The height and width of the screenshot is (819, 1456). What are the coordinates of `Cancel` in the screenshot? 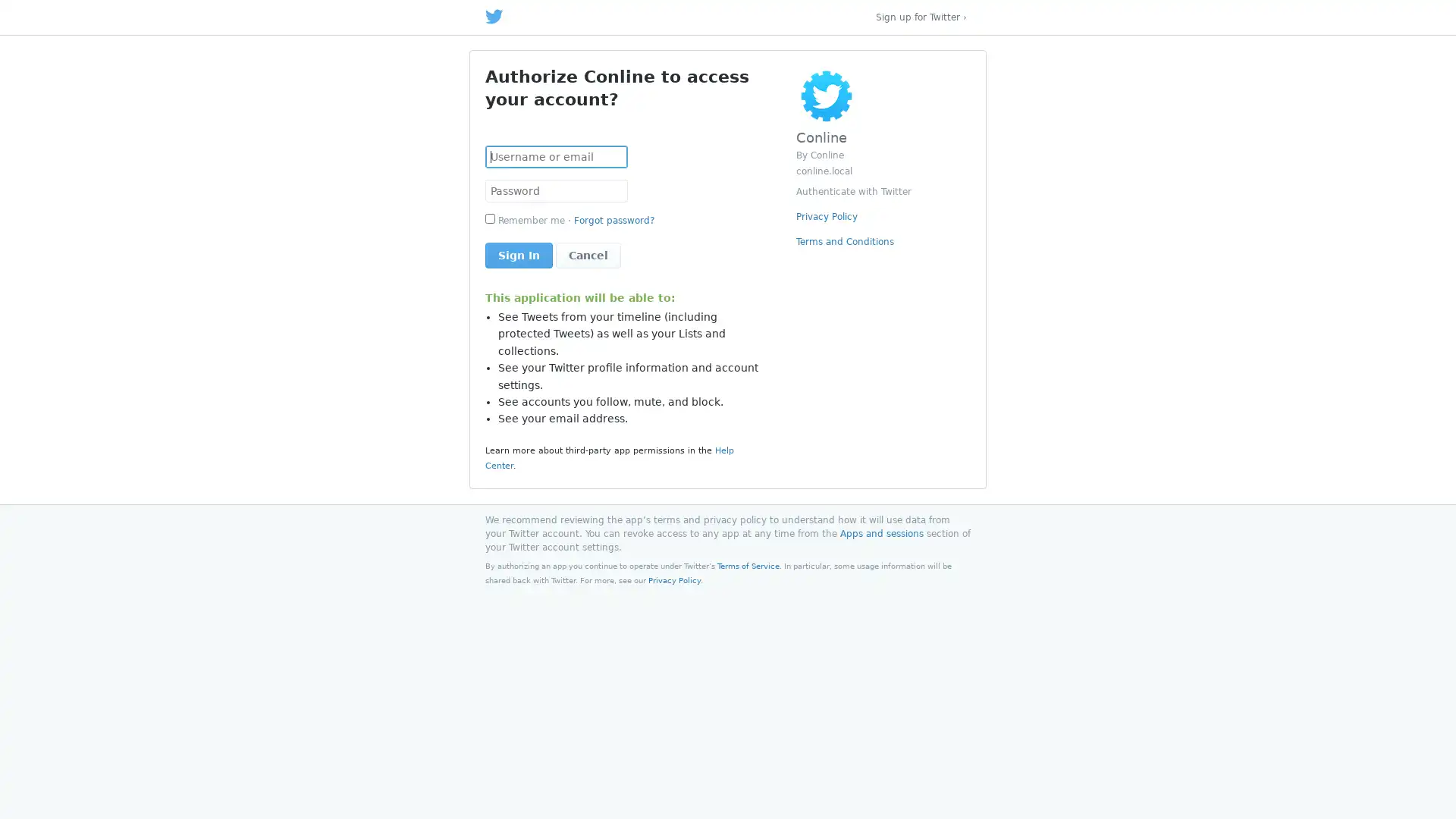 It's located at (588, 254).